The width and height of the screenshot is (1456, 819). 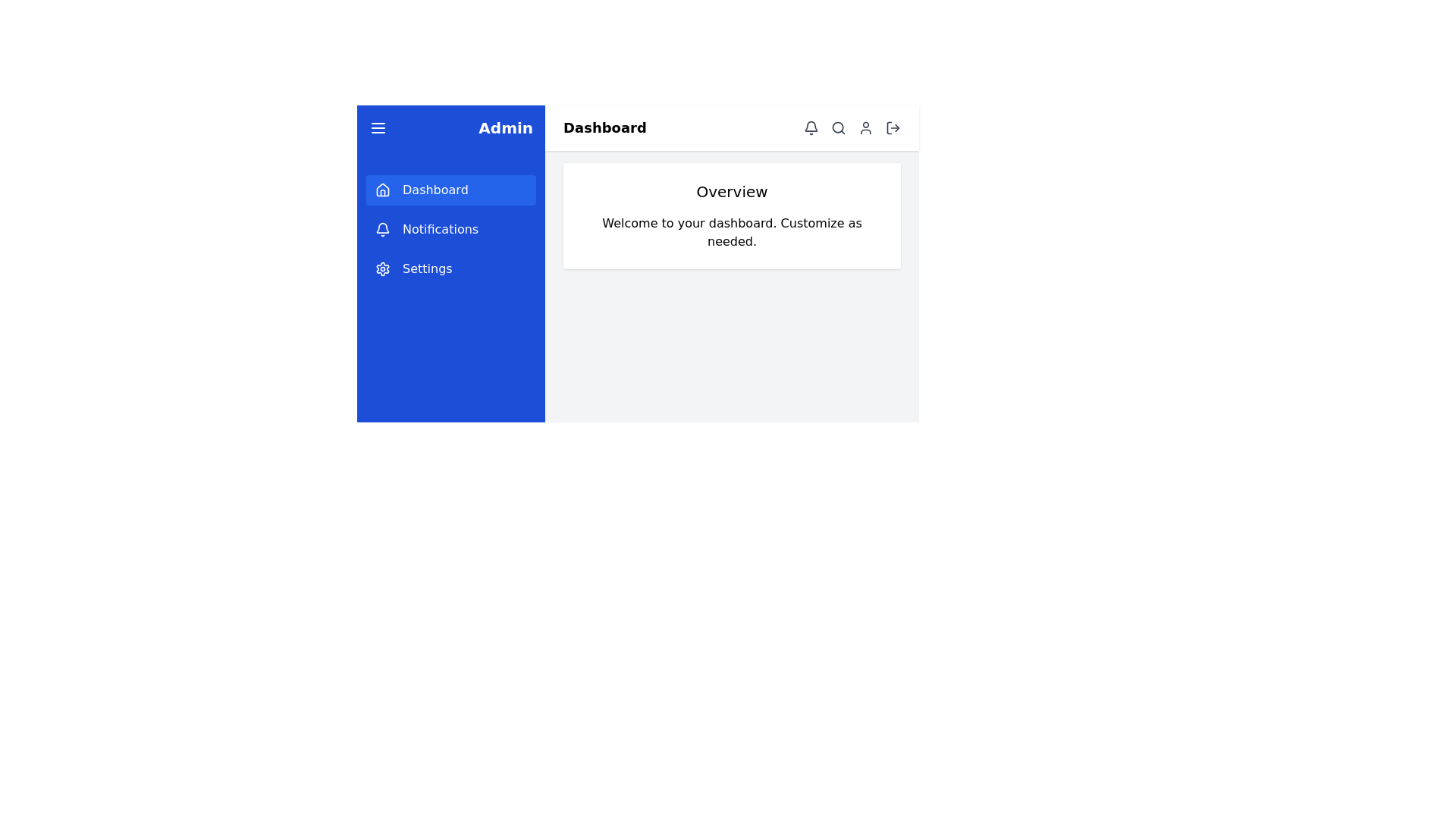 I want to click on the top part of the bell icon located in the top-right corner of the interface, which serves as a notification indicator, so click(x=811, y=125).